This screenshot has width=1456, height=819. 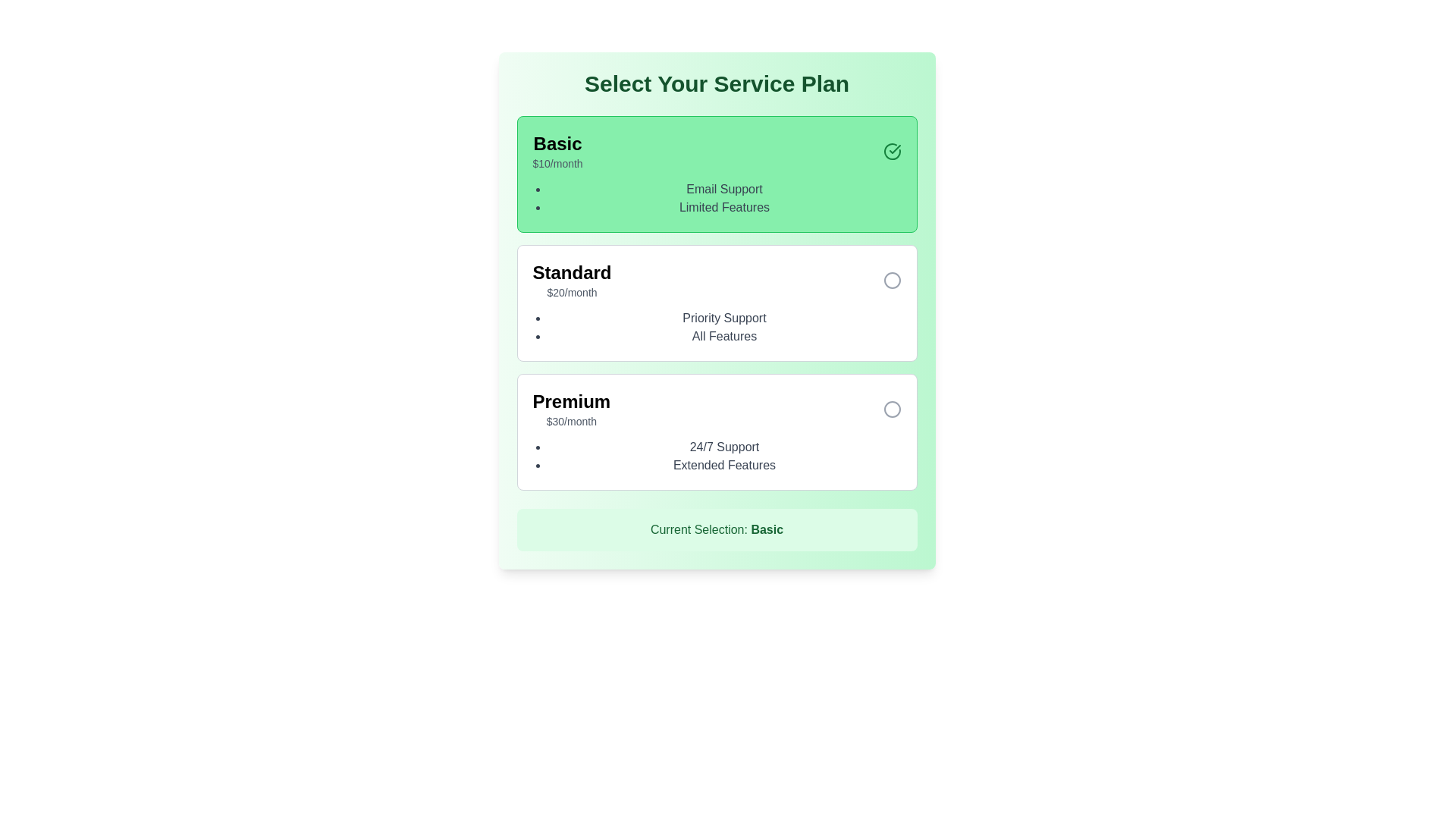 I want to click on the radio button styled as an SVG circle located in the bottom-right corner of the 'Premium' service plan card, so click(x=892, y=409).